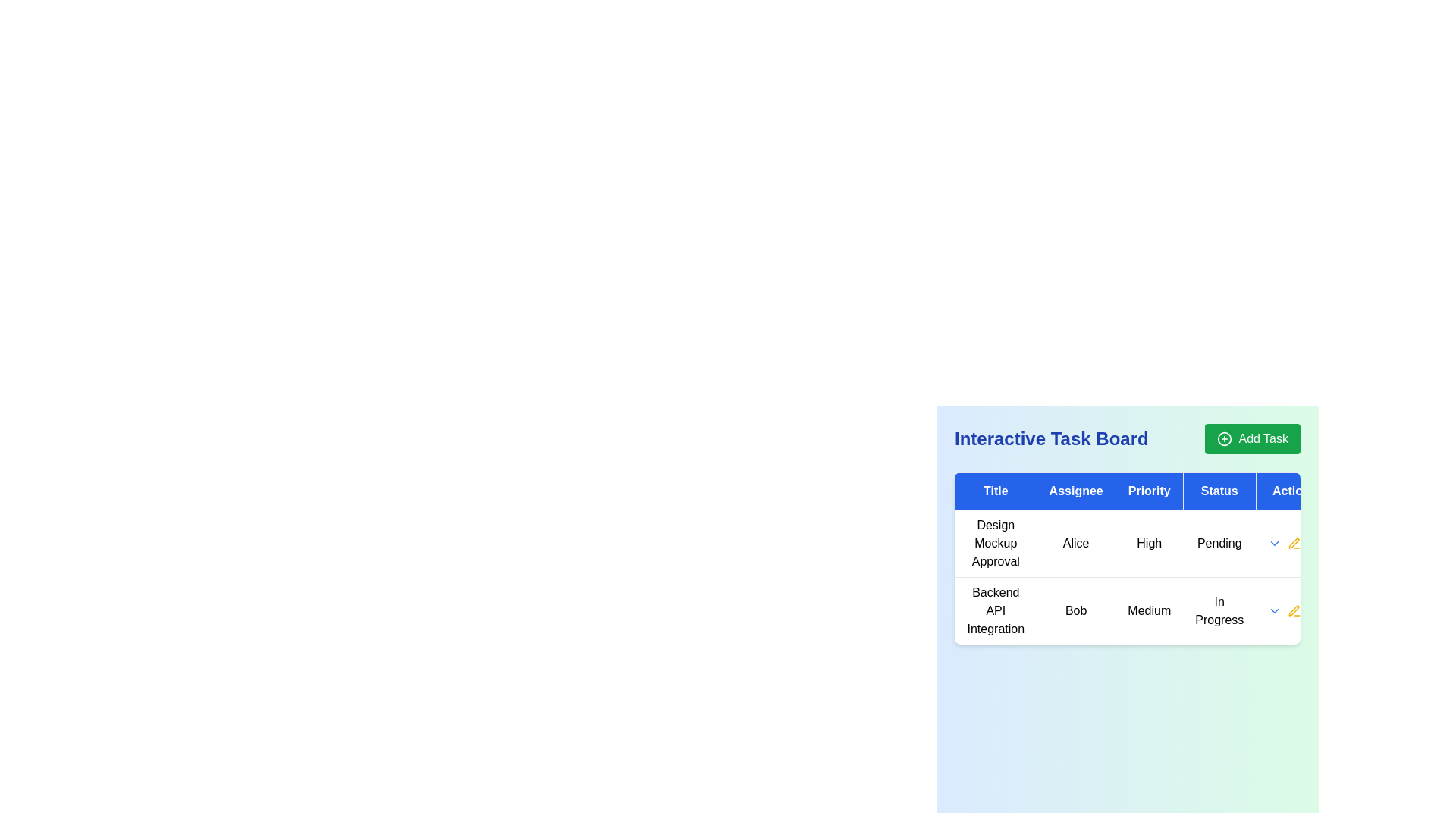  I want to click on the non-interactive informational label indicating the current status 'Pending' for the task 'Design Mockup Approval', located in the first row under the 'Status' column, so click(1219, 543).